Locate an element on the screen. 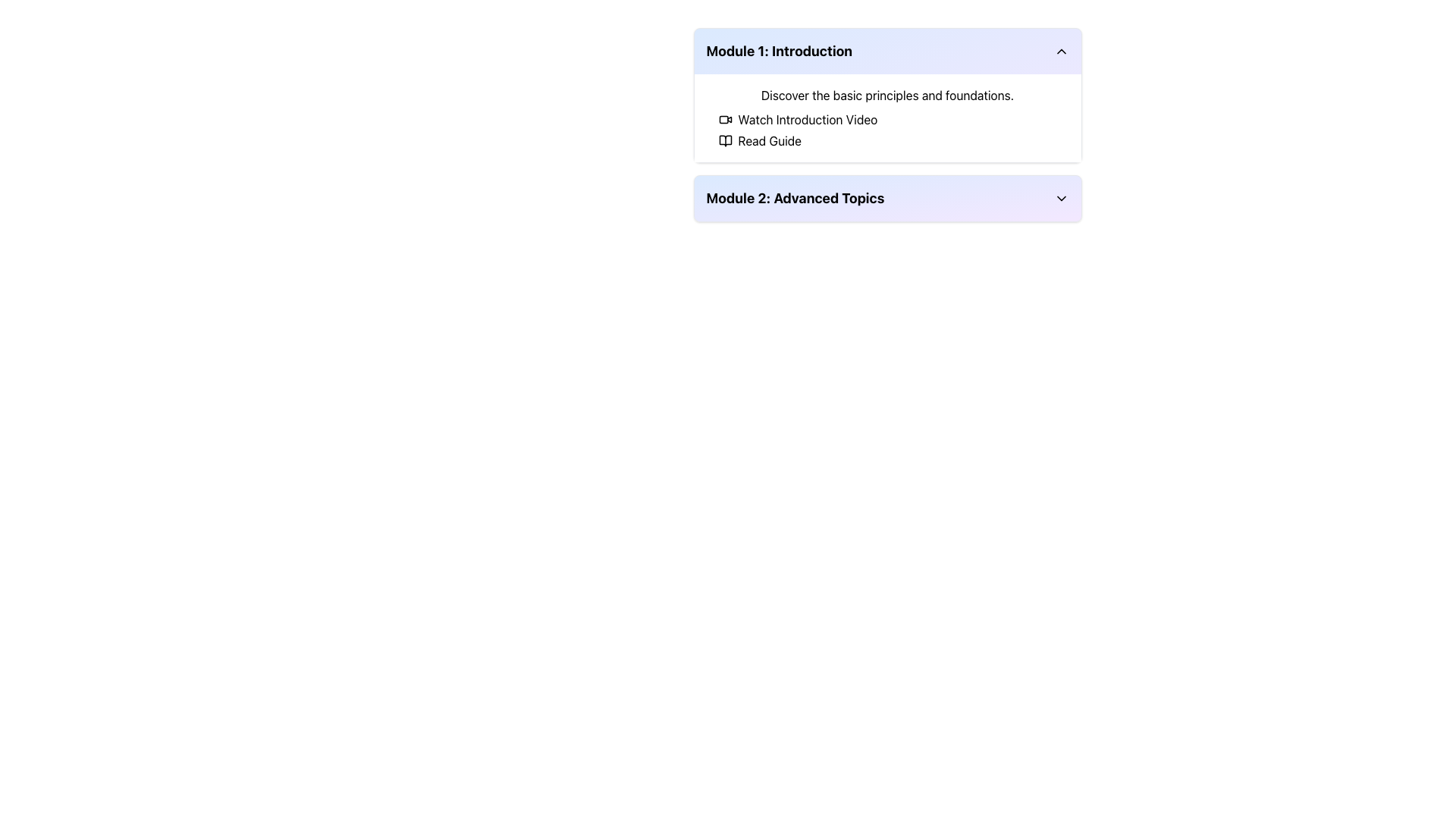 The image size is (1456, 819). the downward-pointing chevron icon located in the top-right corner of the 'Module 2: Advanced Topics' header is located at coordinates (1060, 198).